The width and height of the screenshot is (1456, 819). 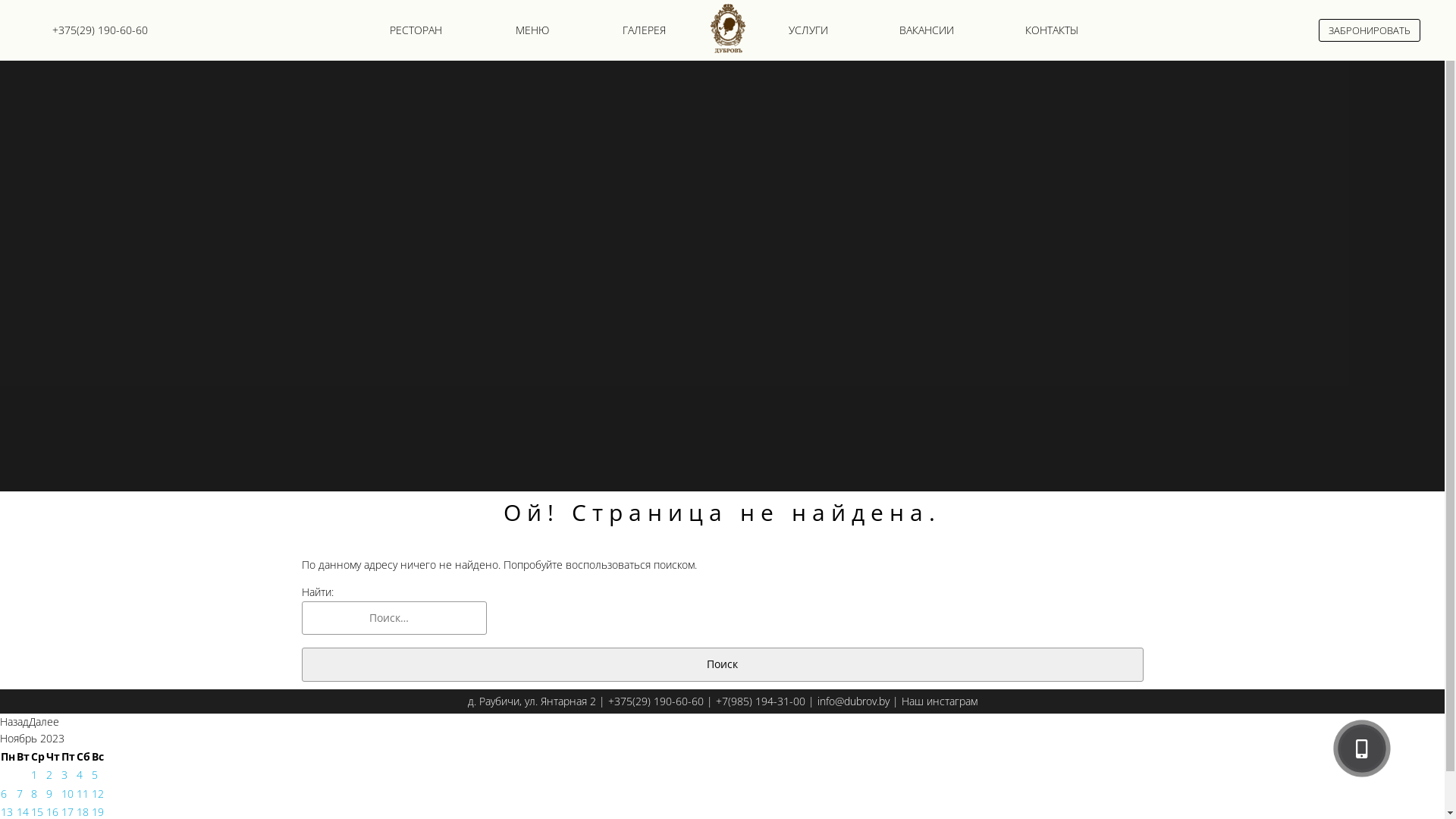 What do you see at coordinates (67, 792) in the screenshot?
I see `'10'` at bounding box center [67, 792].